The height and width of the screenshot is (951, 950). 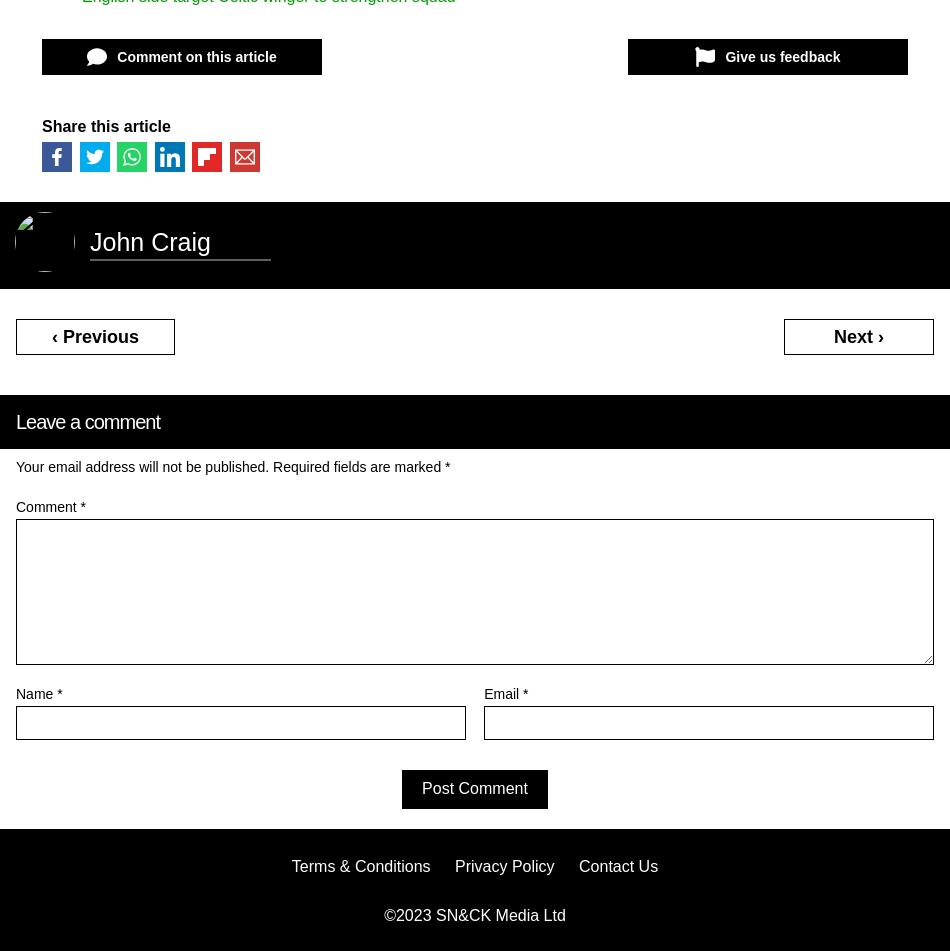 What do you see at coordinates (142, 465) in the screenshot?
I see `'Your email address will not be published.'` at bounding box center [142, 465].